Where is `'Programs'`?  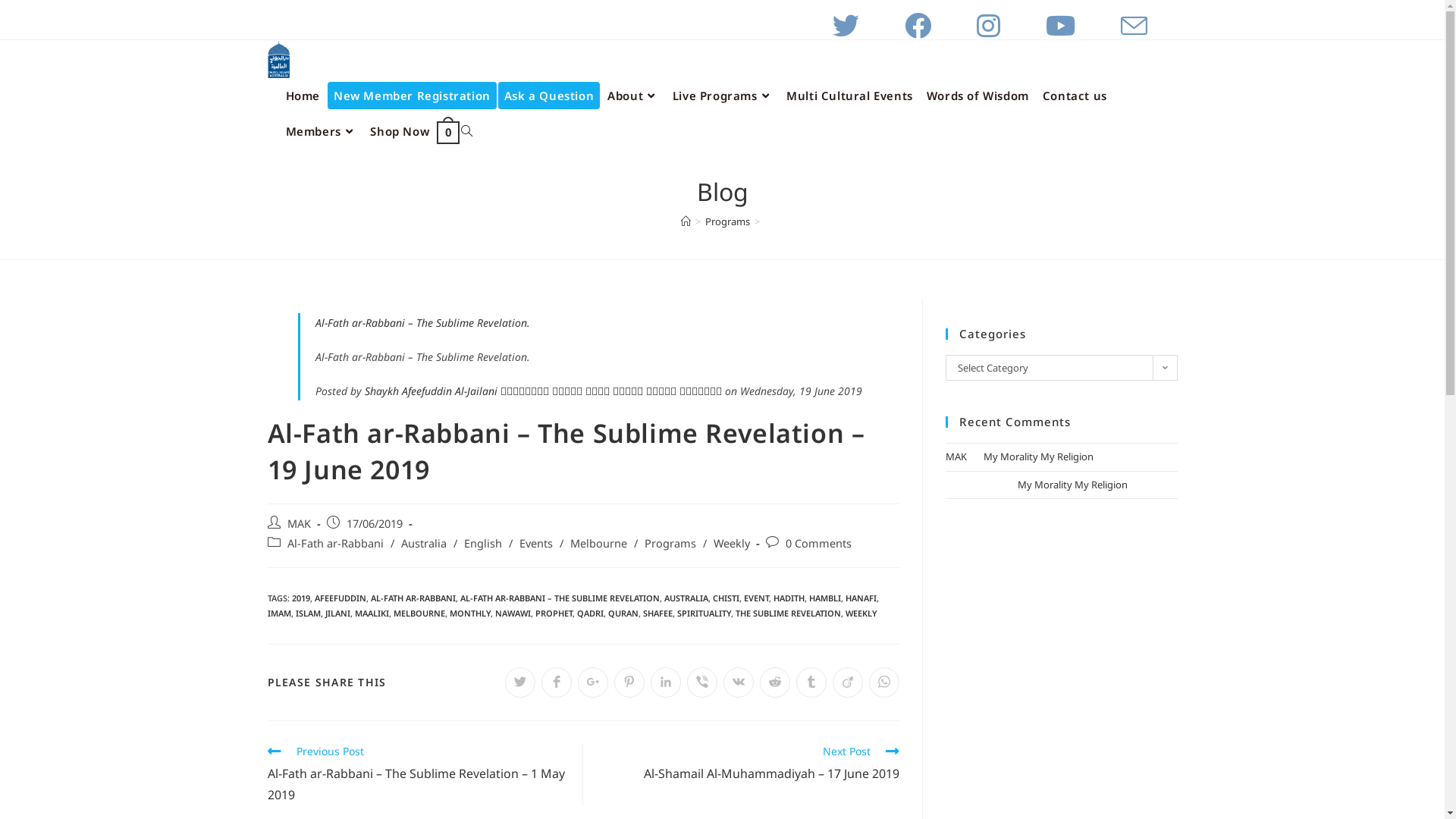 'Programs' is located at coordinates (726, 221).